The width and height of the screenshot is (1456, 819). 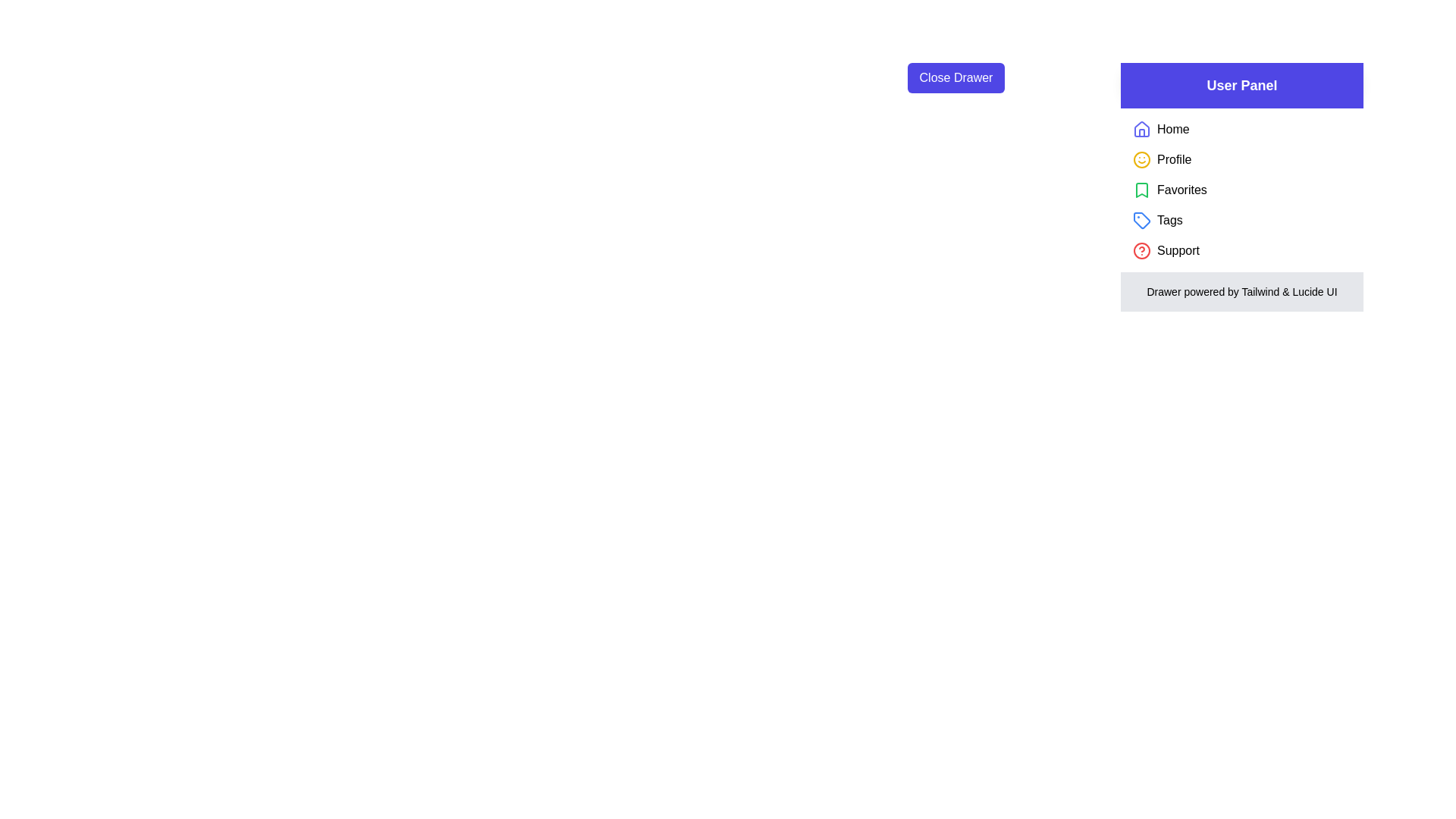 I want to click on the Profile within the drawer to examine its text and icon, so click(x=1142, y=160).